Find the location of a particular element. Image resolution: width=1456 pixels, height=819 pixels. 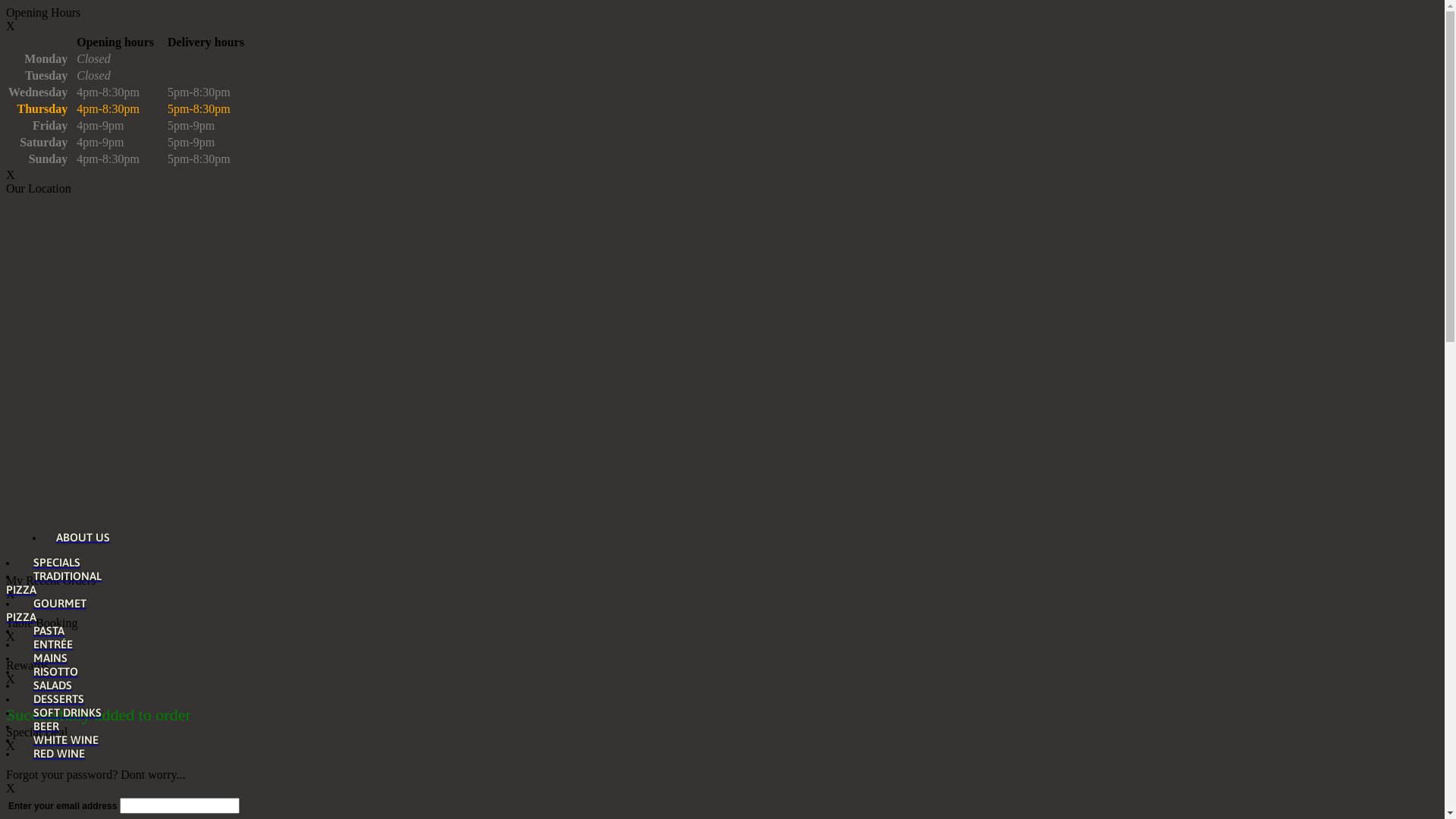

'MAINS' is located at coordinates (45, 657).